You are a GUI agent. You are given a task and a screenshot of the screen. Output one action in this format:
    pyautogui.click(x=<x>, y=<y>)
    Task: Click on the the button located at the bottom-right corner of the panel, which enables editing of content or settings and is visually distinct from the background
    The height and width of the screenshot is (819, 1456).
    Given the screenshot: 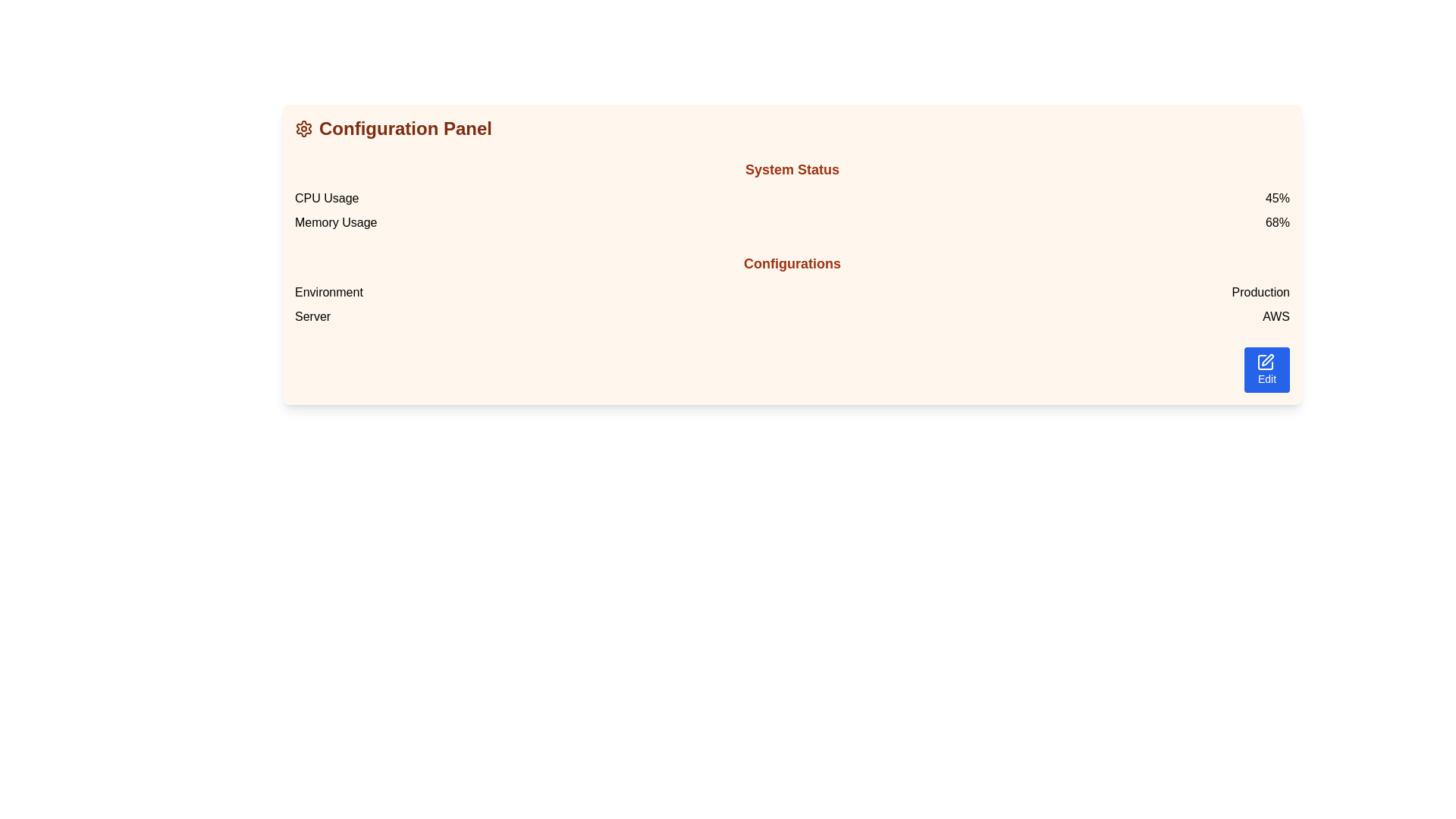 What is the action you would take?
    pyautogui.click(x=1266, y=370)
    